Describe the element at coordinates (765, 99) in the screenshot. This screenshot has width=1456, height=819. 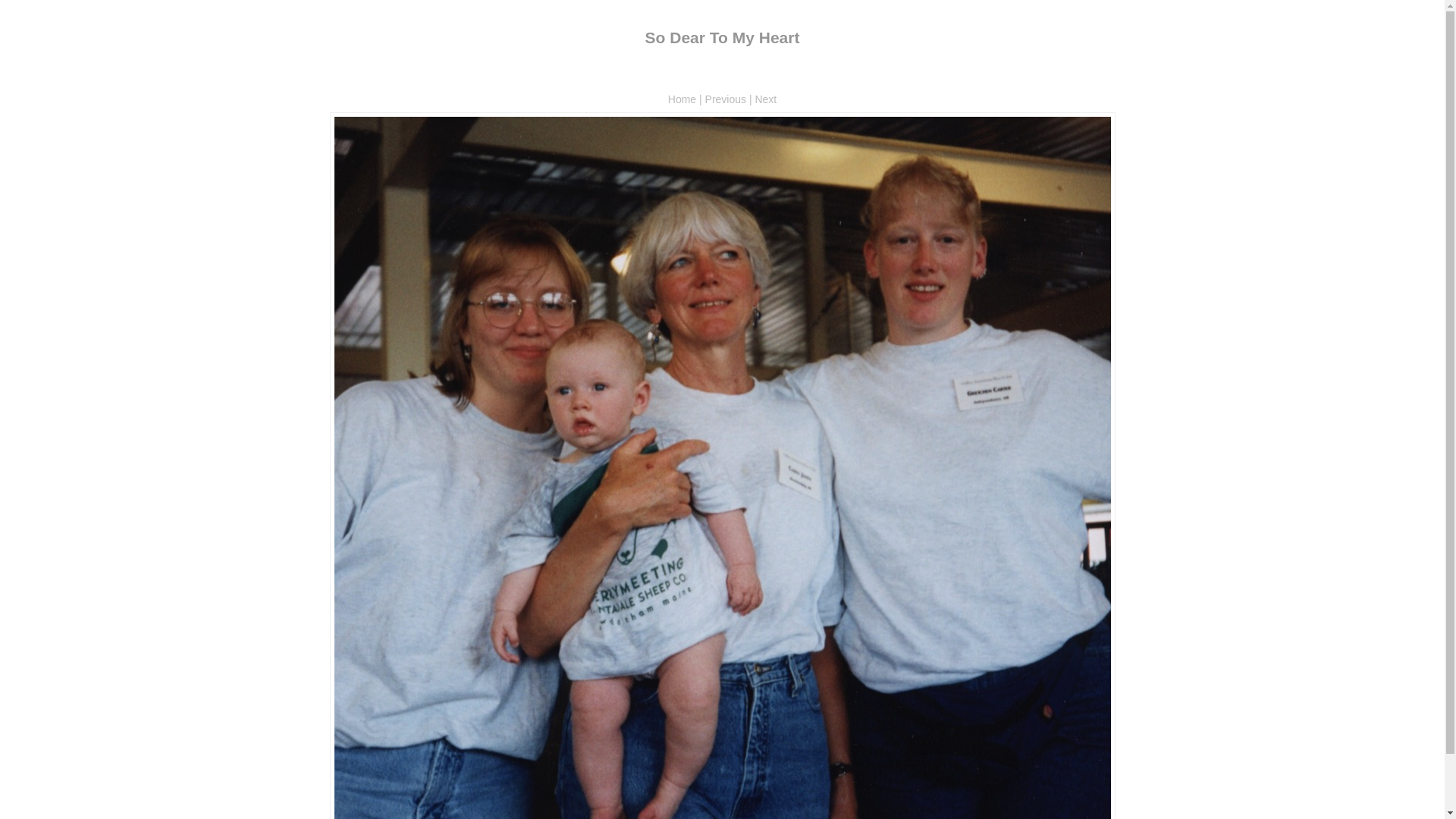
I see `'Next'` at that location.